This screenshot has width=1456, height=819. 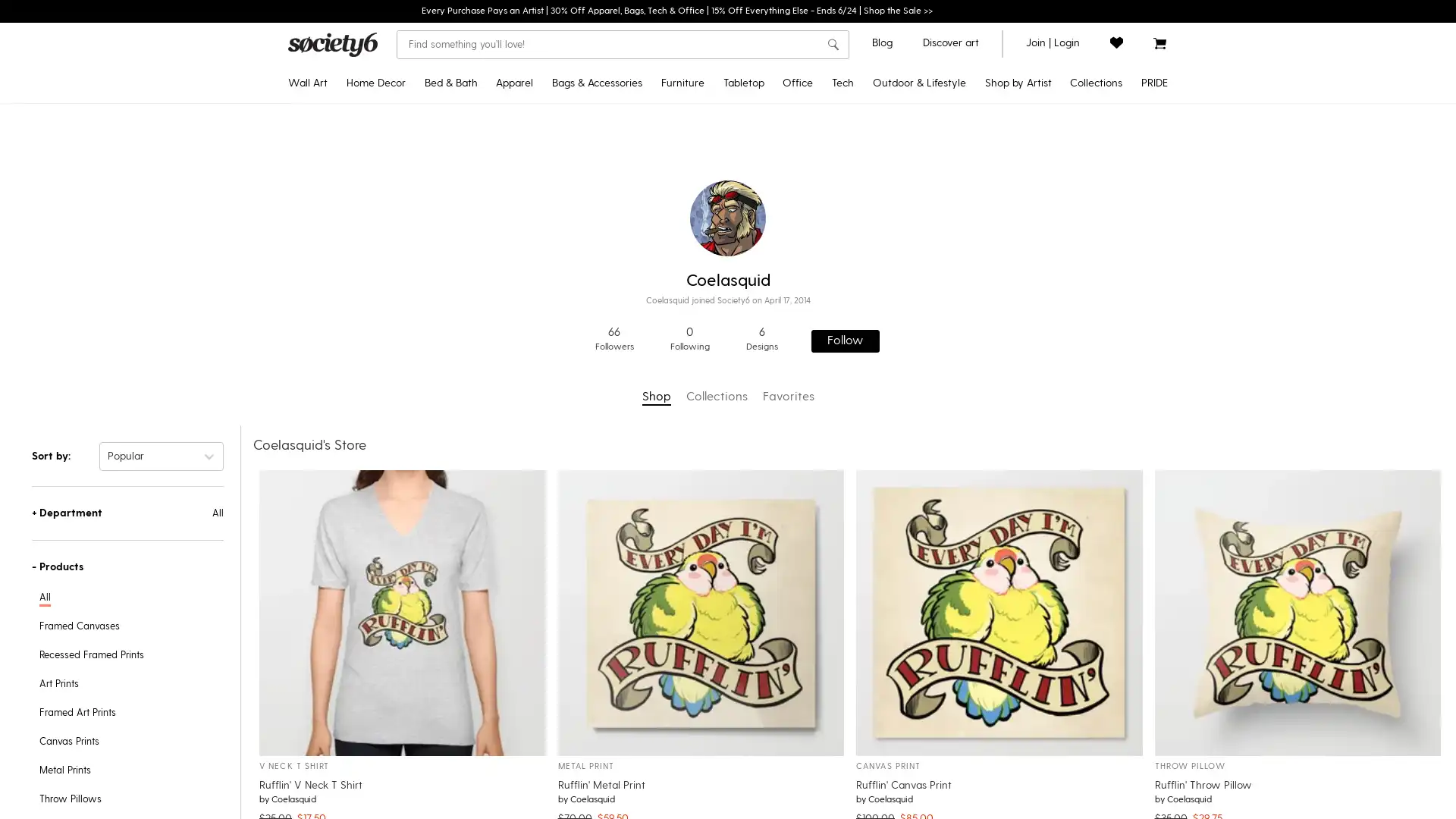 I want to click on Welcome Mats, so click(x=939, y=268).